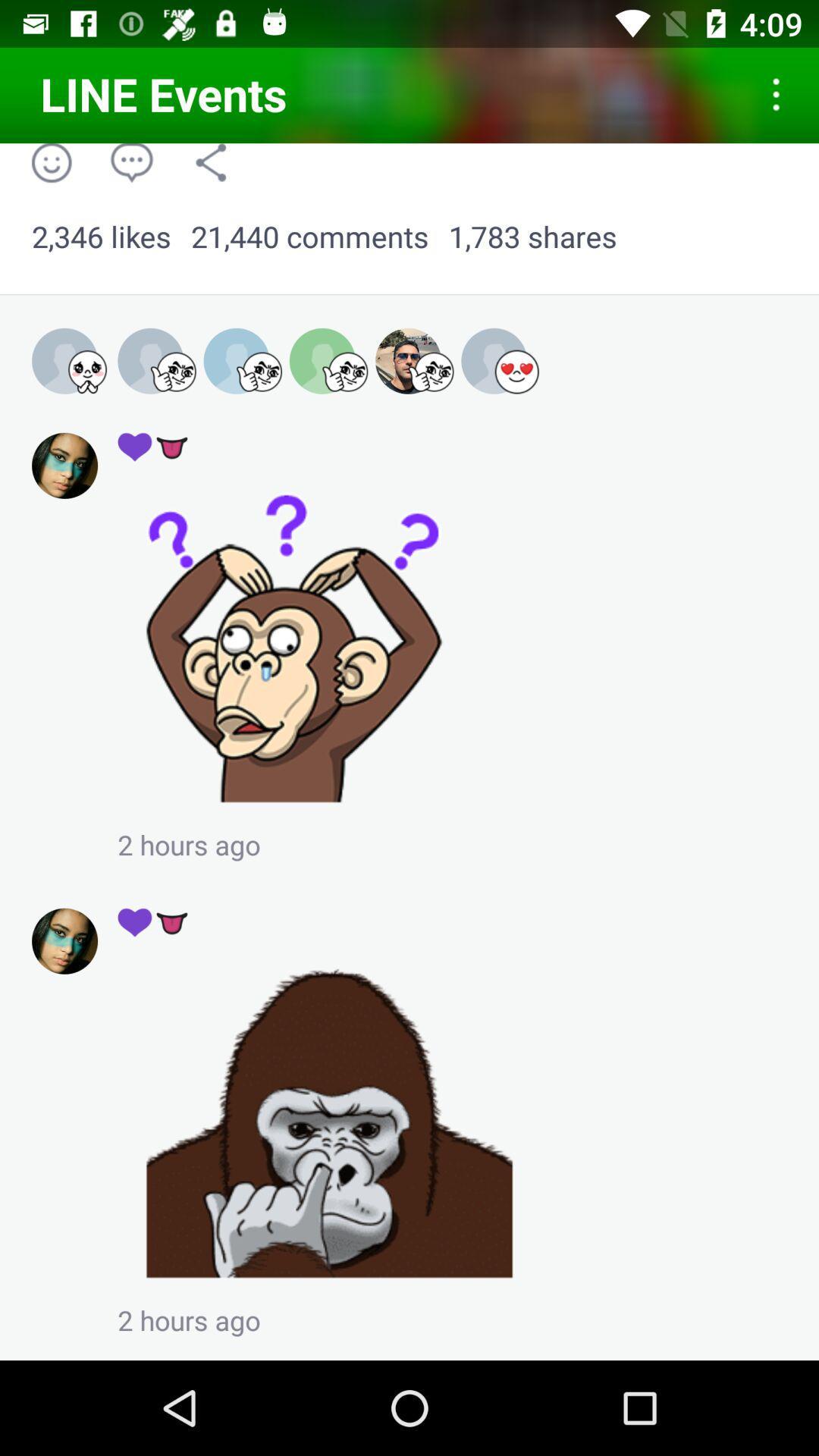  I want to click on share the article, so click(328, 1122).